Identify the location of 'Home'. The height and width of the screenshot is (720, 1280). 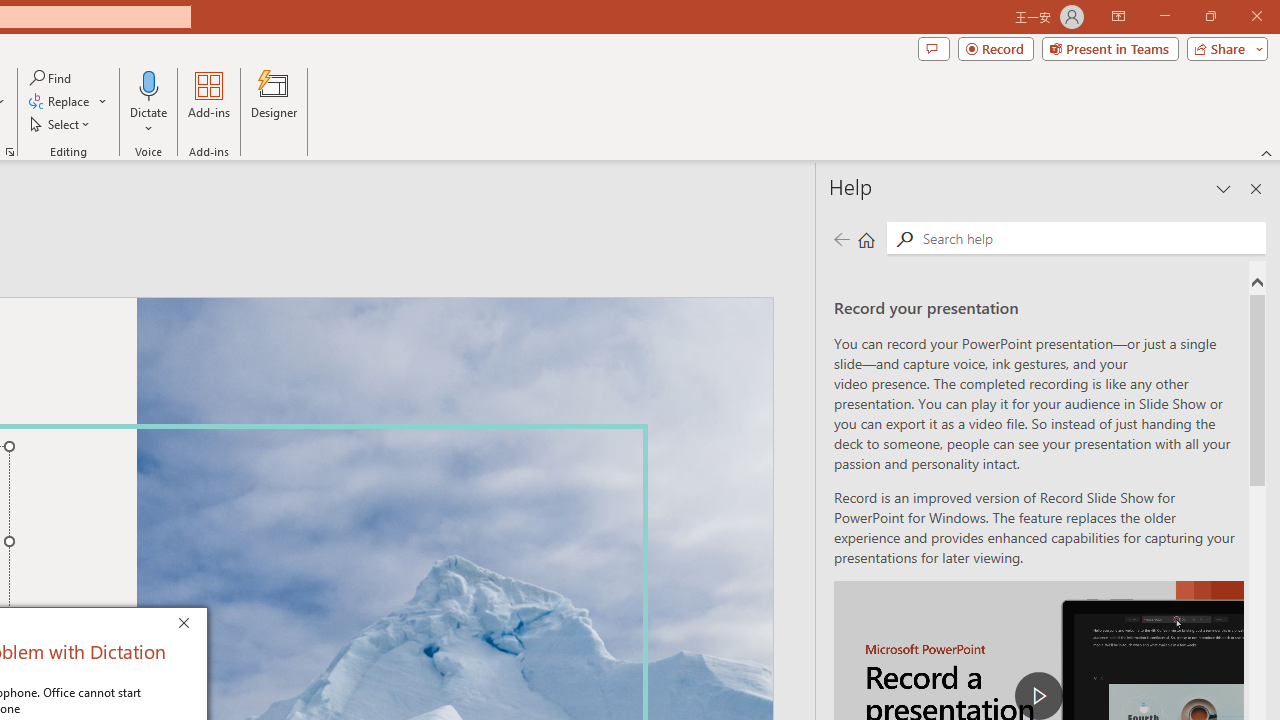
(866, 238).